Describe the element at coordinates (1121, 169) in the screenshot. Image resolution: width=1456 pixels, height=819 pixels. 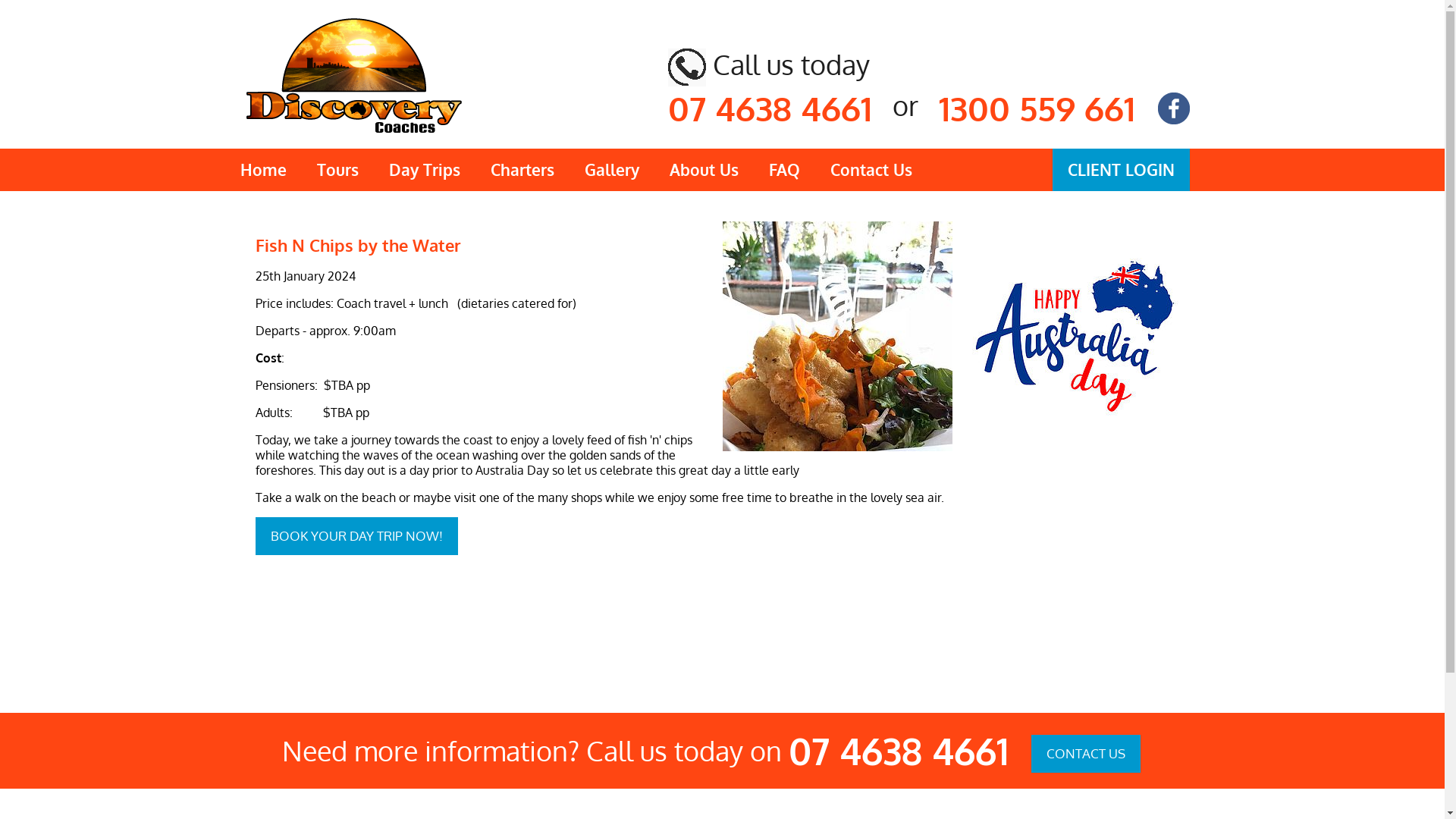
I see `'CLIENT LOGIN'` at that location.